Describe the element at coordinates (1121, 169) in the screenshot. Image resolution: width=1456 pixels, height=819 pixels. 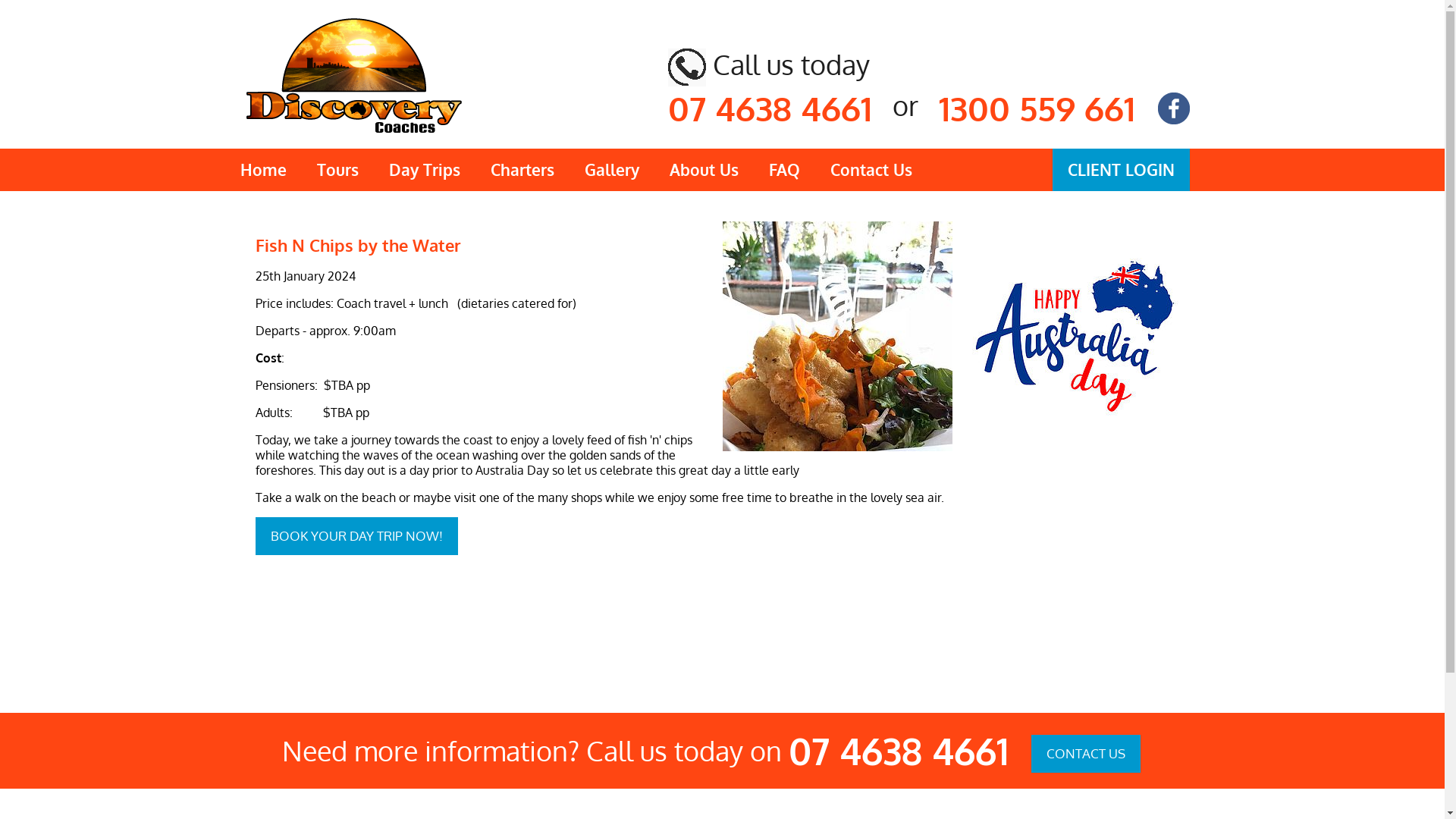
I see `'CLIENT LOGIN'` at that location.